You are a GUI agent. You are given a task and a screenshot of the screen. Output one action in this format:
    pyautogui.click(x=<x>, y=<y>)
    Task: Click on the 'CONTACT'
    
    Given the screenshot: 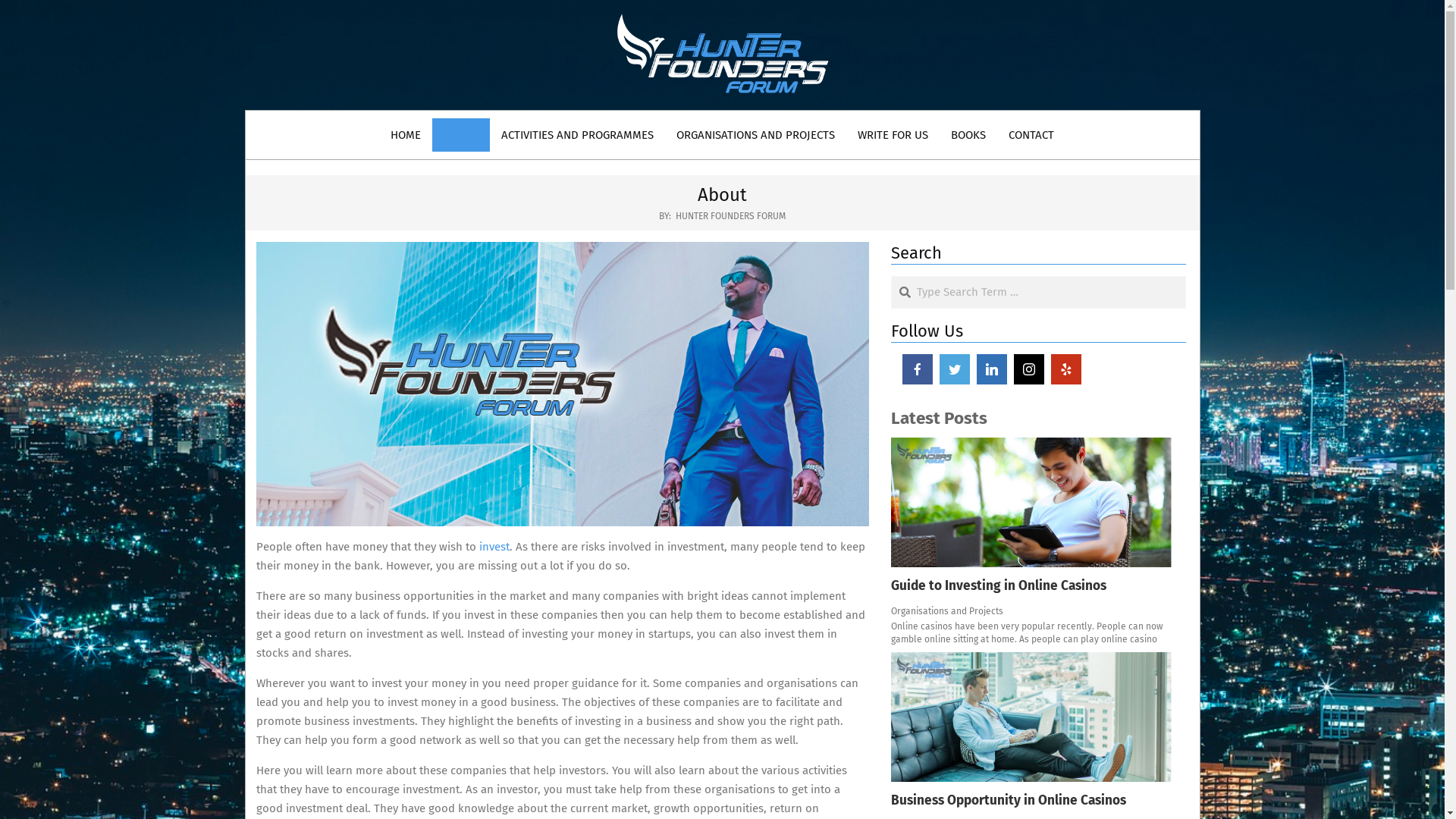 What is the action you would take?
    pyautogui.click(x=1031, y=133)
    